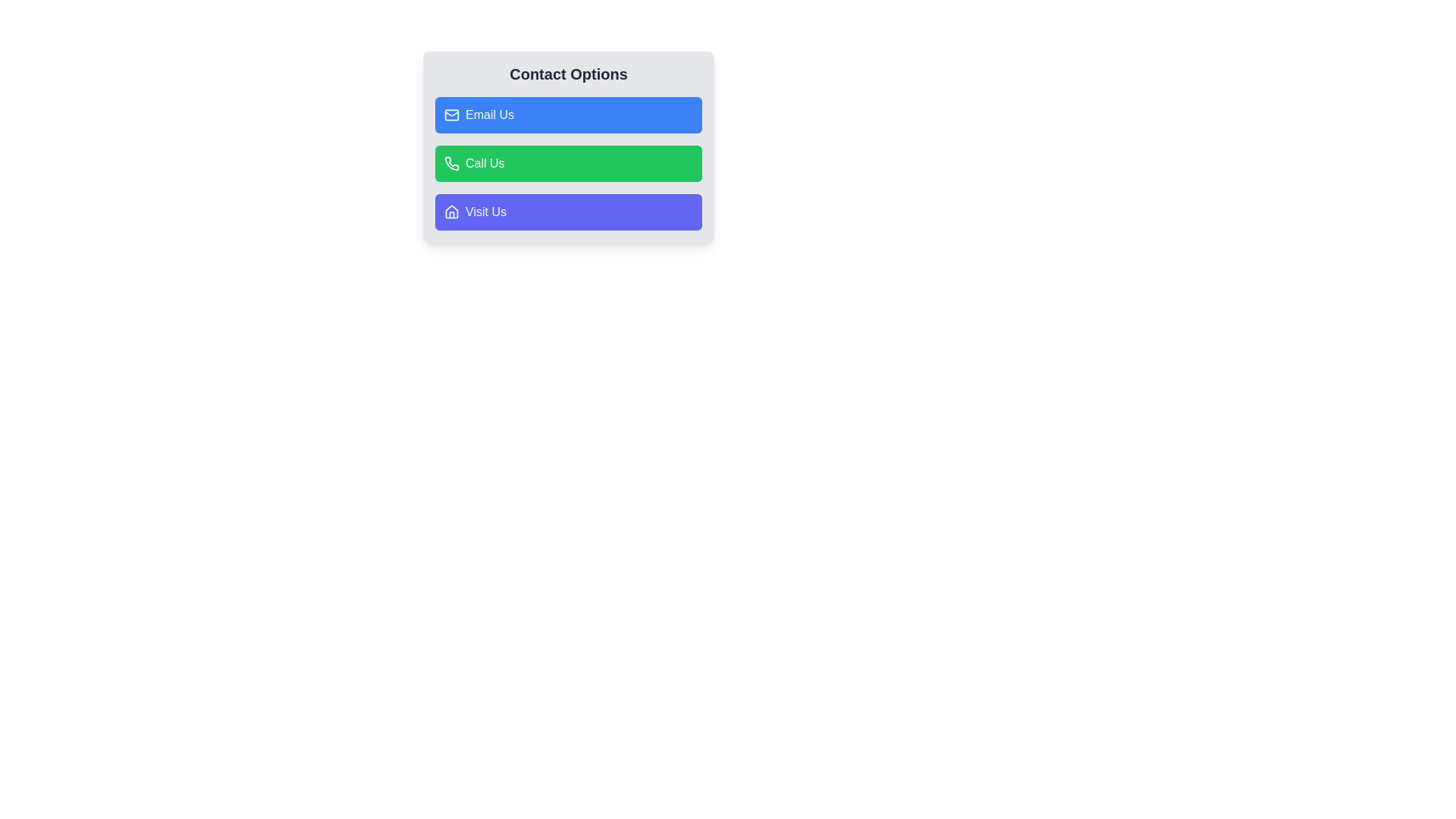 The image size is (1456, 819). I want to click on the phone icon on the green 'Call Us' button, which is located below the blue 'Email Us' button in the contact options list, so click(450, 164).